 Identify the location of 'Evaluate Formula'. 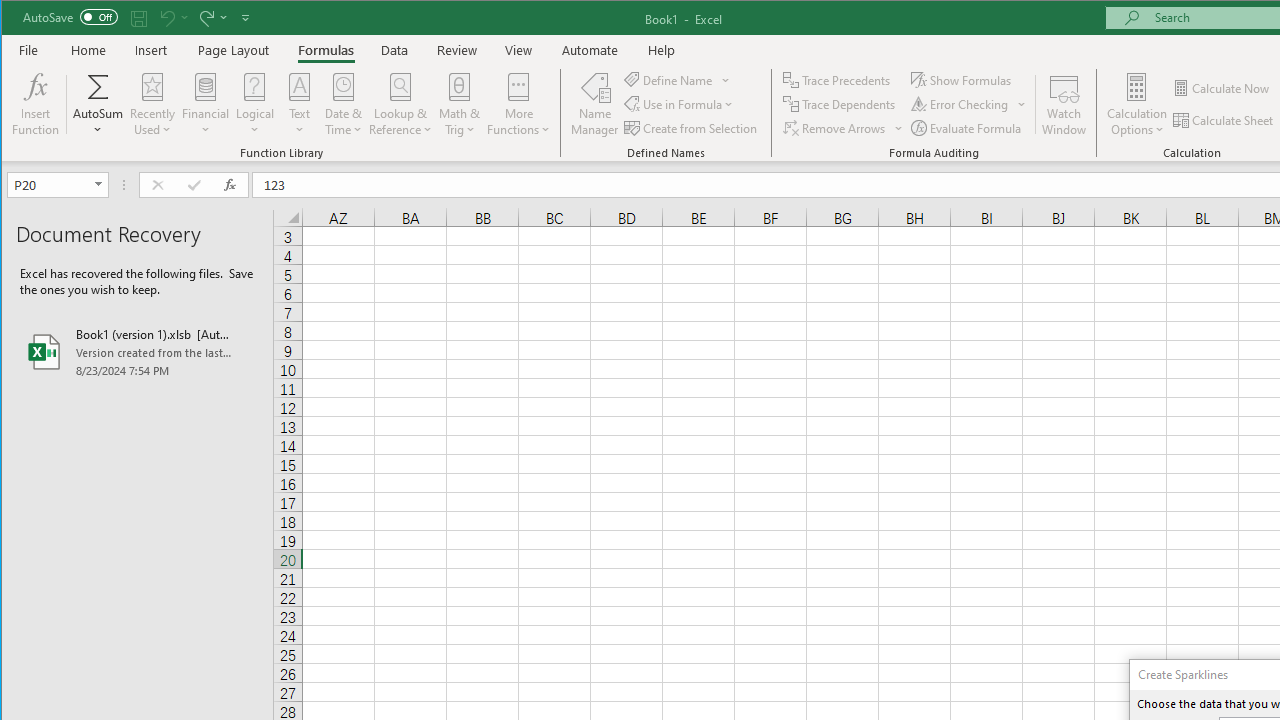
(967, 128).